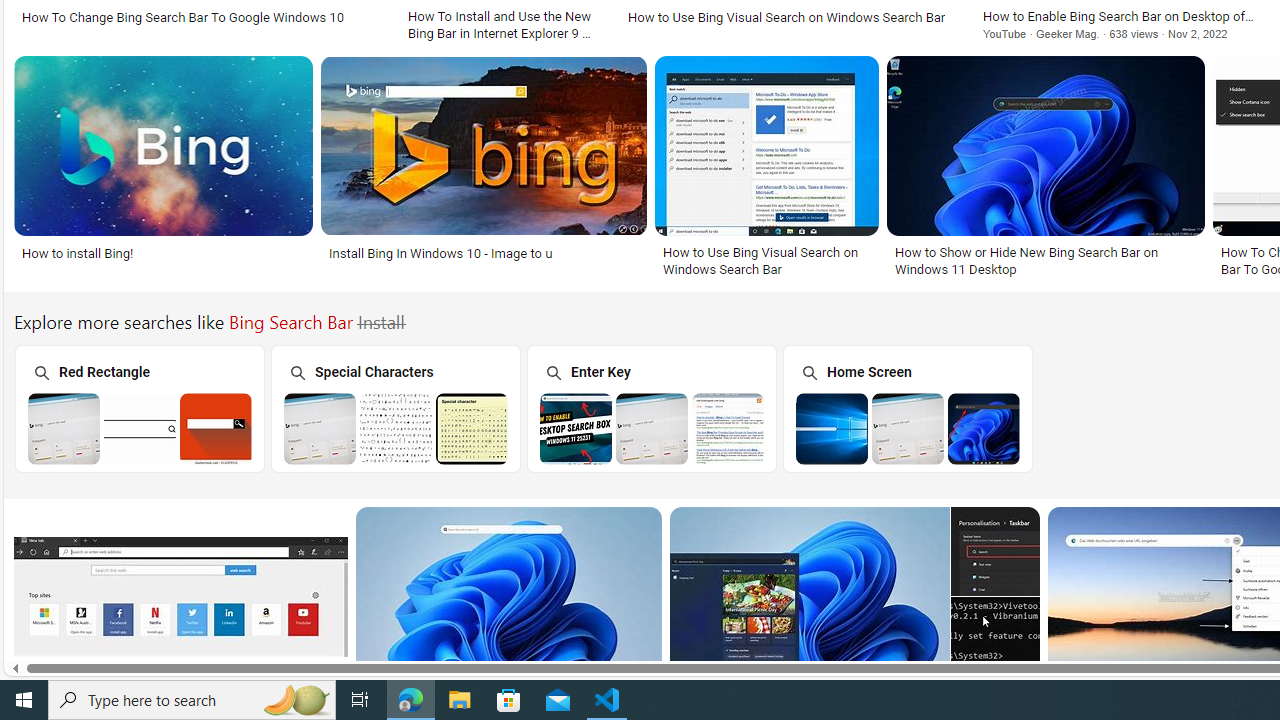 The width and height of the screenshot is (1280, 720). I want to click on 'Red Rectangle', so click(137, 407).